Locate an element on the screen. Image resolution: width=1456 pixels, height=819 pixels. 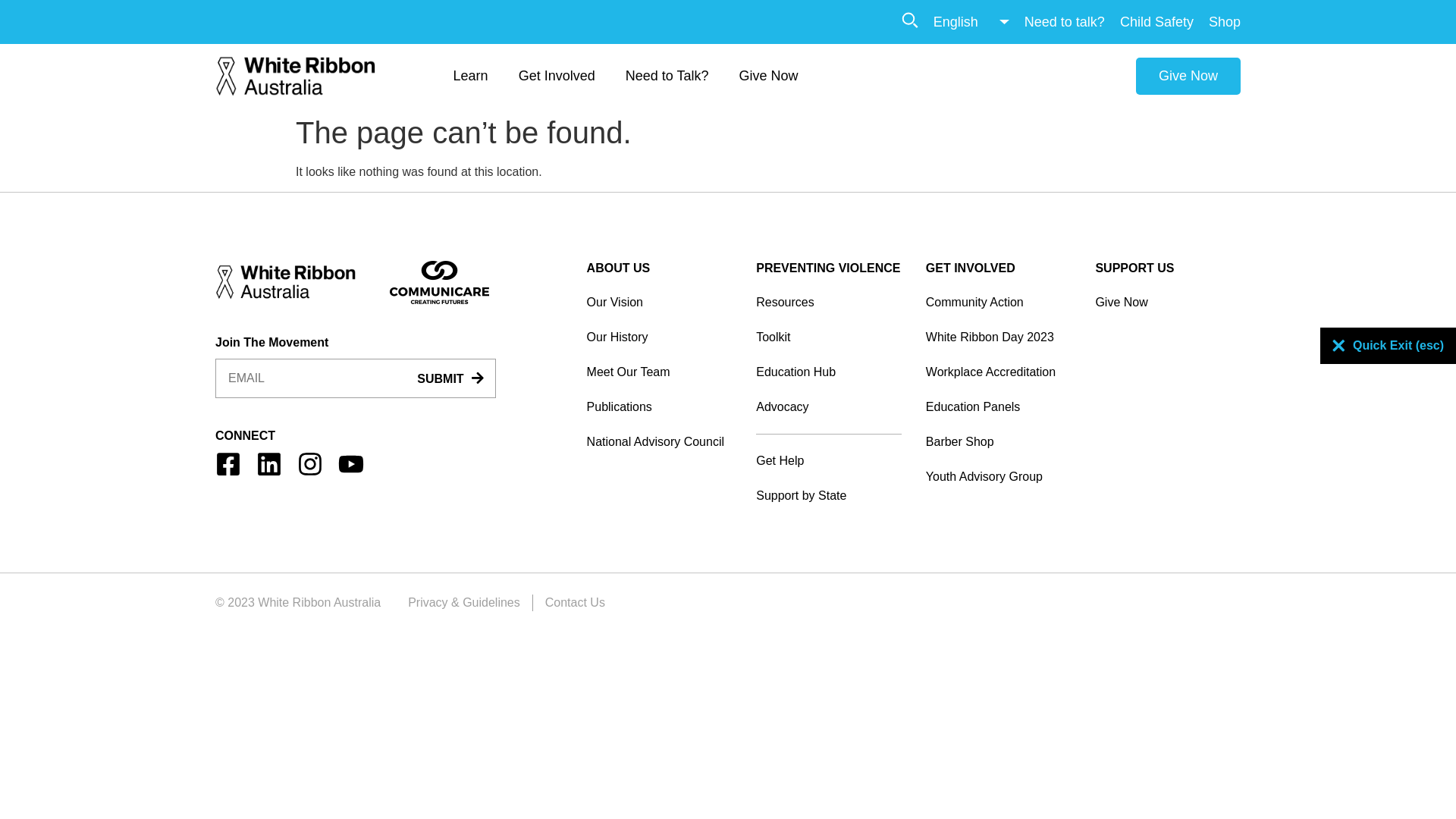
'National Advisory Council' is located at coordinates (585, 441).